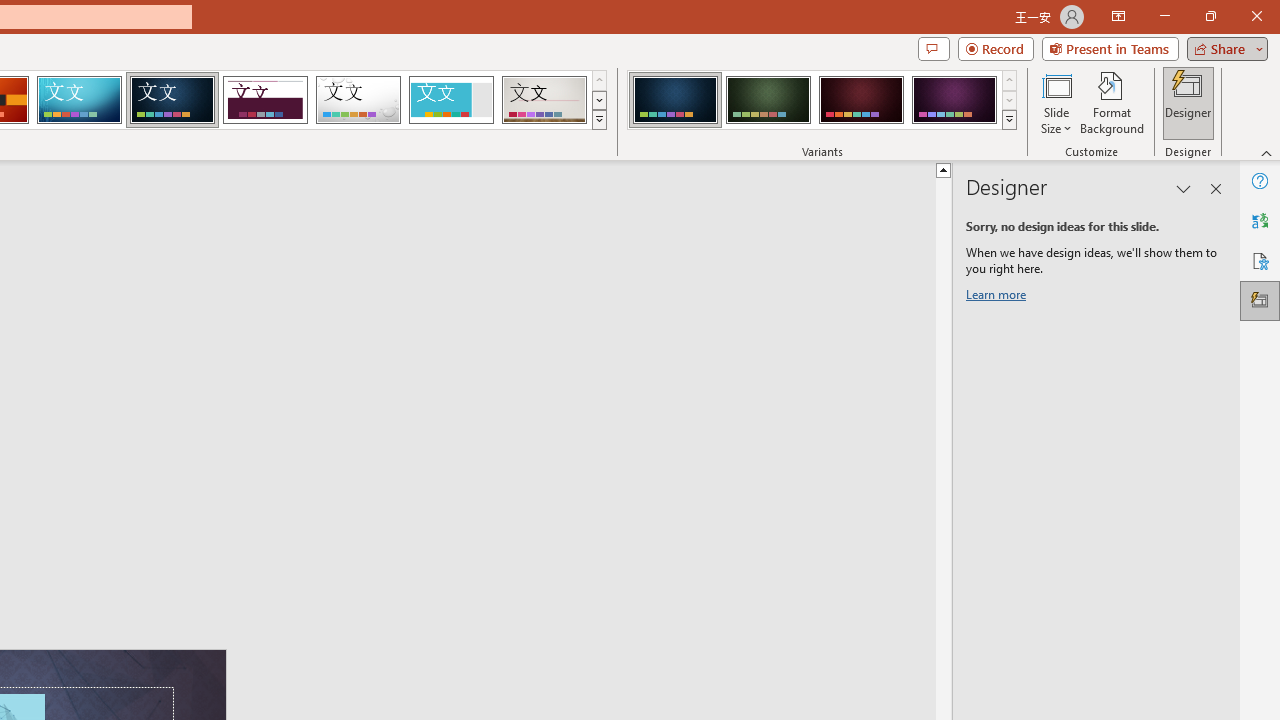 Image resolution: width=1280 pixels, height=720 pixels. What do you see at coordinates (79, 100) in the screenshot?
I see `'Circuit'` at bounding box center [79, 100].